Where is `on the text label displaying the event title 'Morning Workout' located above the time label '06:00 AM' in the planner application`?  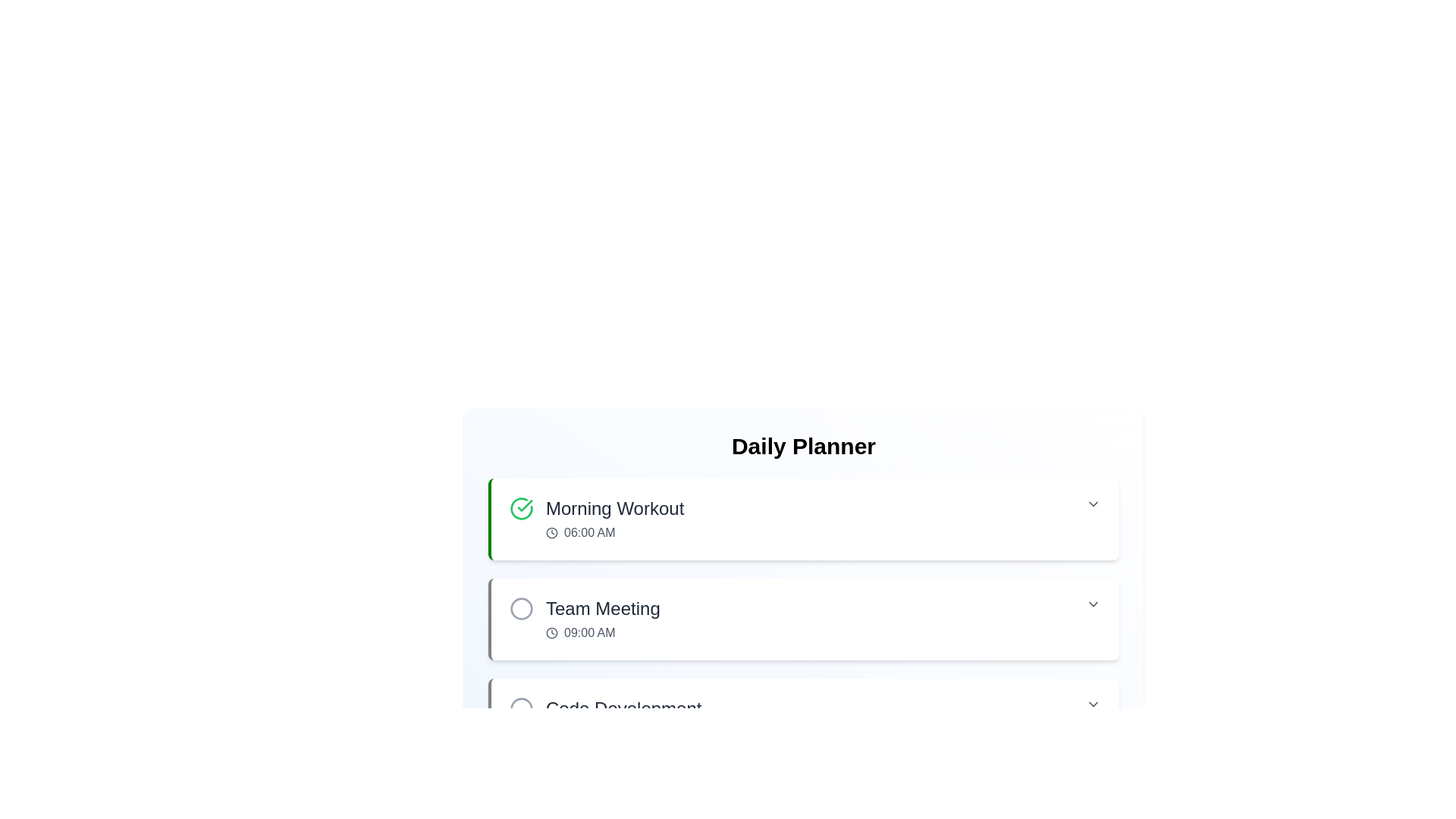
on the text label displaying the event title 'Morning Workout' located above the time label '06:00 AM' in the planner application is located at coordinates (615, 509).